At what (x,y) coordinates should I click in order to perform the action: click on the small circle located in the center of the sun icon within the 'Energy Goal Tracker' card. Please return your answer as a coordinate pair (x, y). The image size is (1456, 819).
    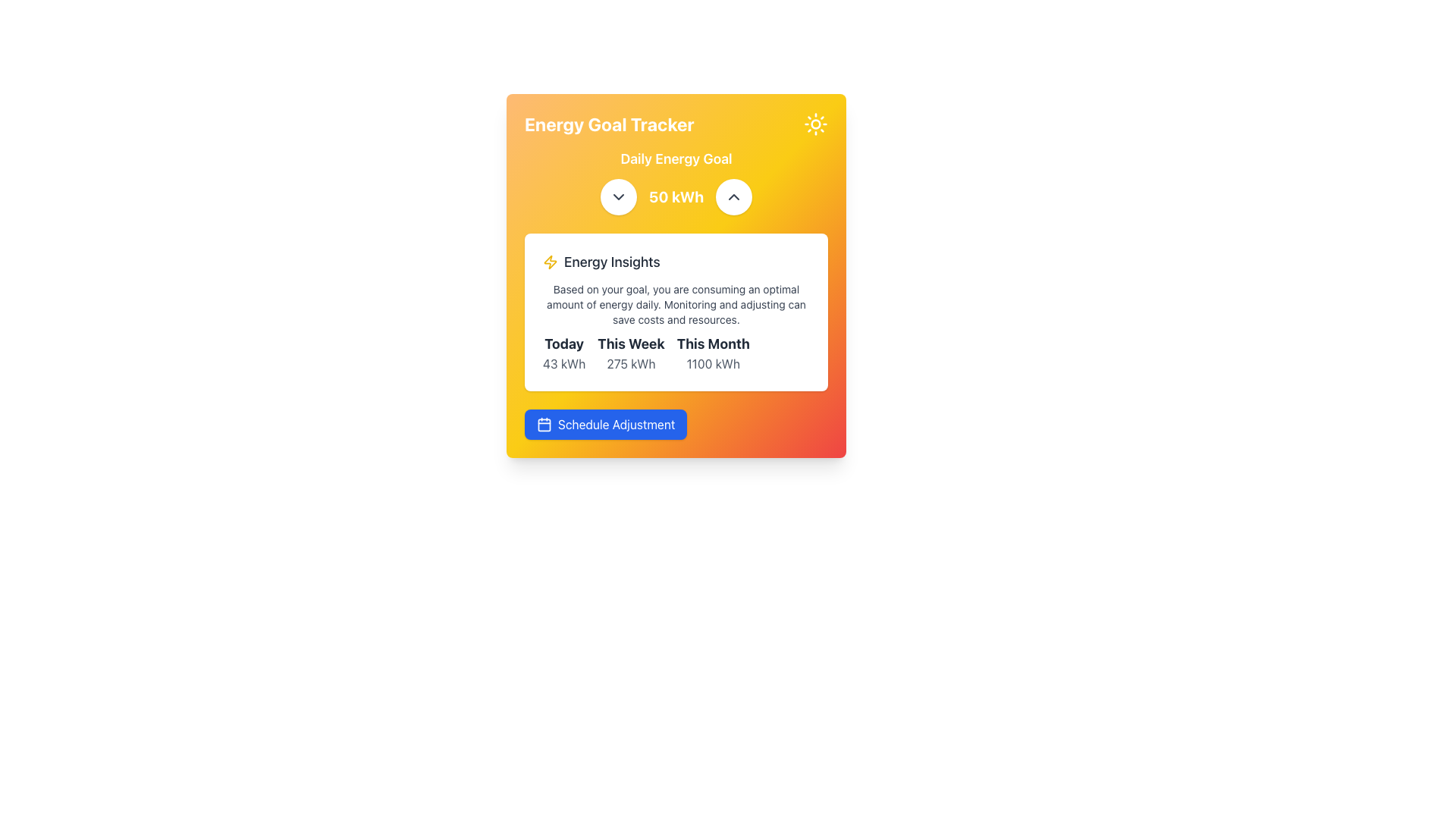
    Looking at the image, I should click on (814, 124).